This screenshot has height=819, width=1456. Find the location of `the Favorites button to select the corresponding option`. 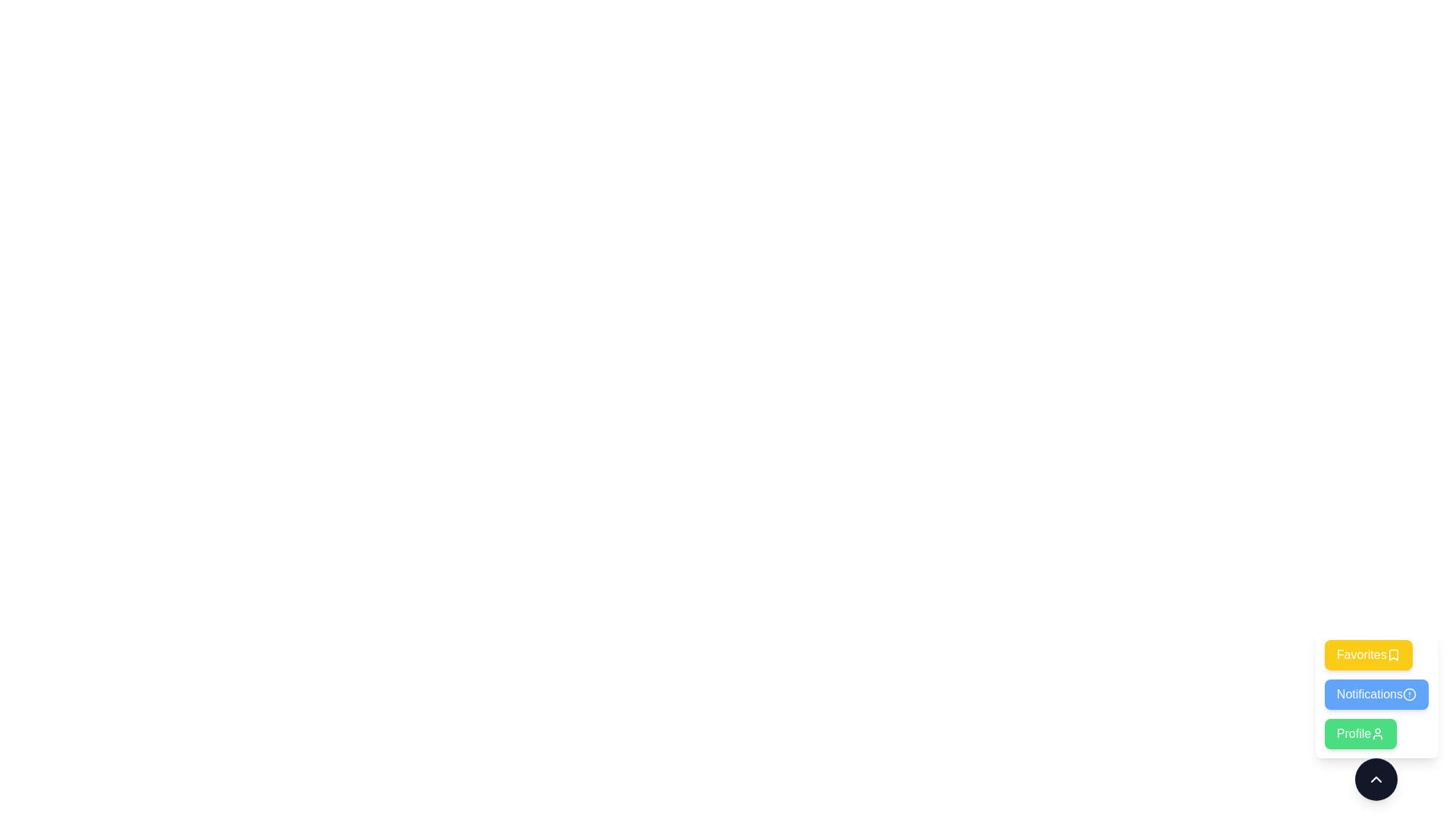

the Favorites button to select the corresponding option is located at coordinates (1368, 654).